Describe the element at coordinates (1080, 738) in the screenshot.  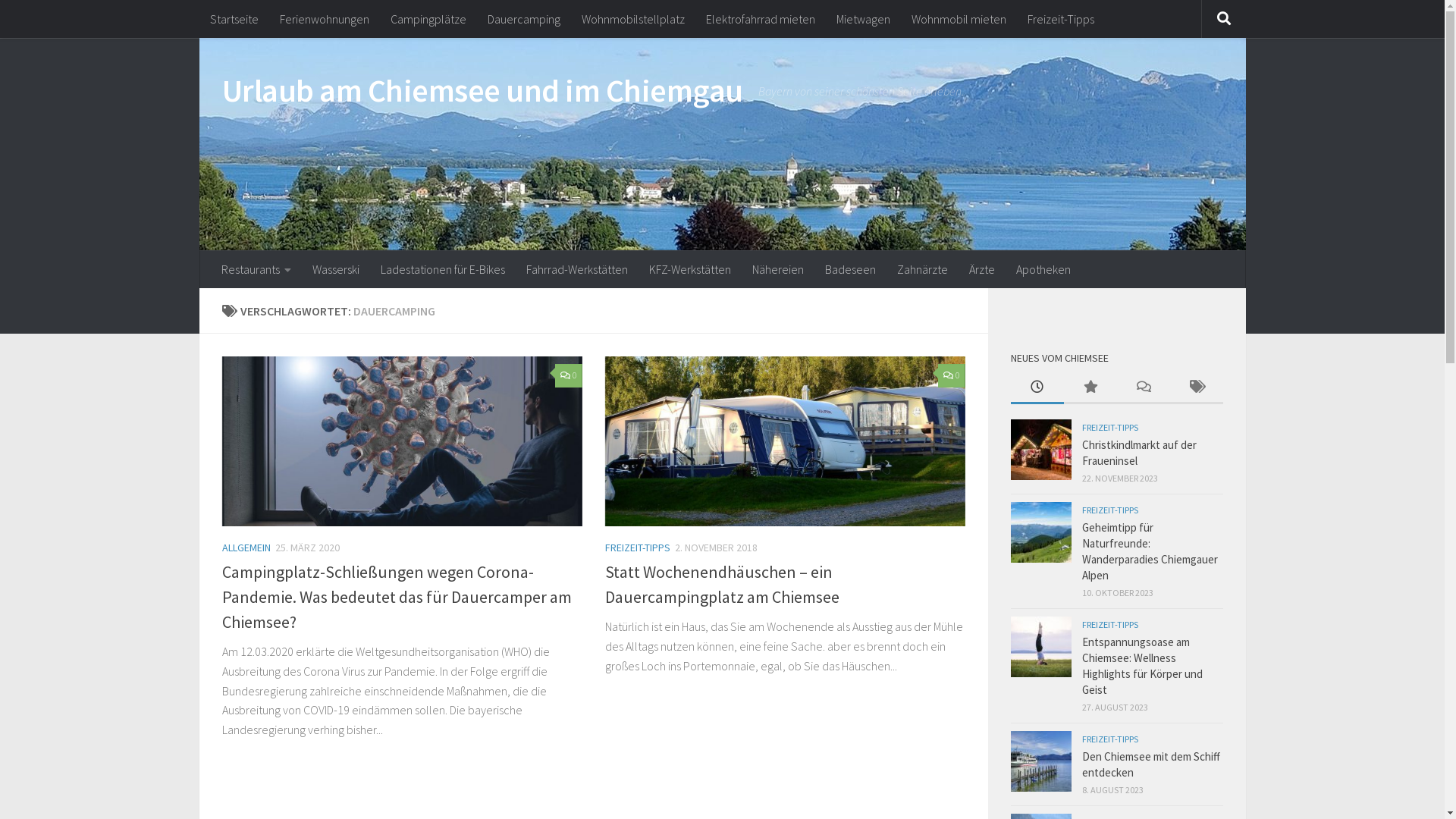
I see `'FREIZEIT-TIPPS'` at that location.